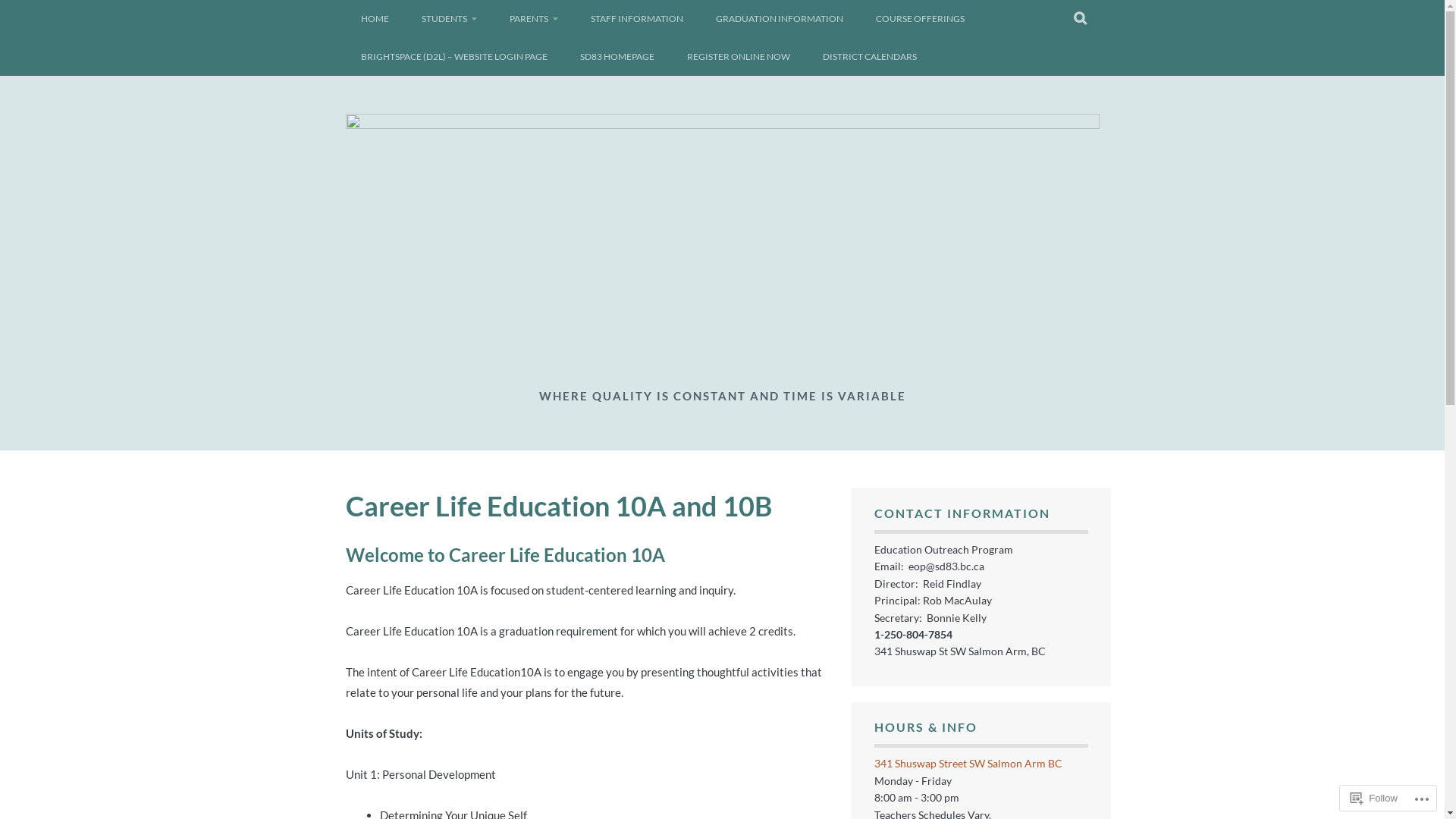 Image resolution: width=1456 pixels, height=819 pixels. Describe the element at coordinates (494, 18) in the screenshot. I see `'PARENTS'` at that location.